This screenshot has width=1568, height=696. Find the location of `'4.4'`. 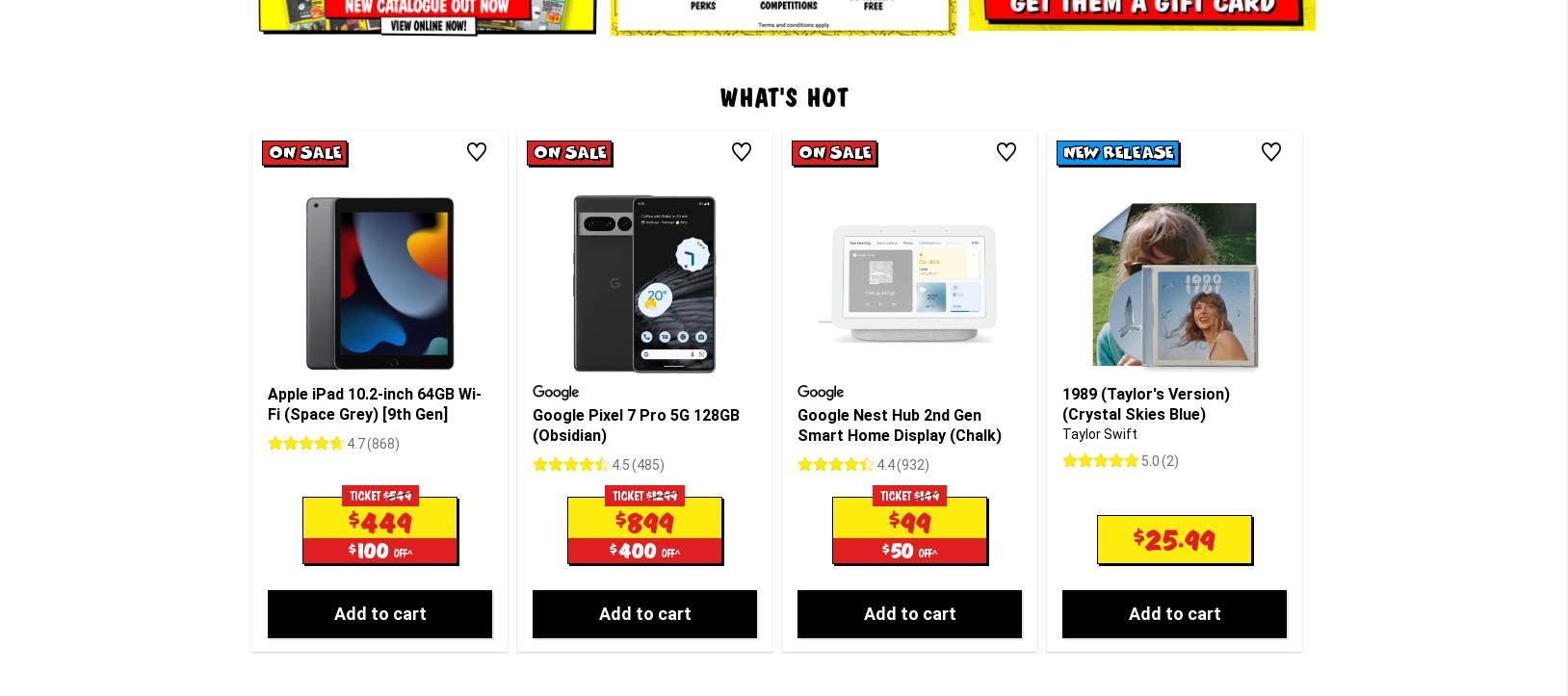

'4.4' is located at coordinates (884, 303).